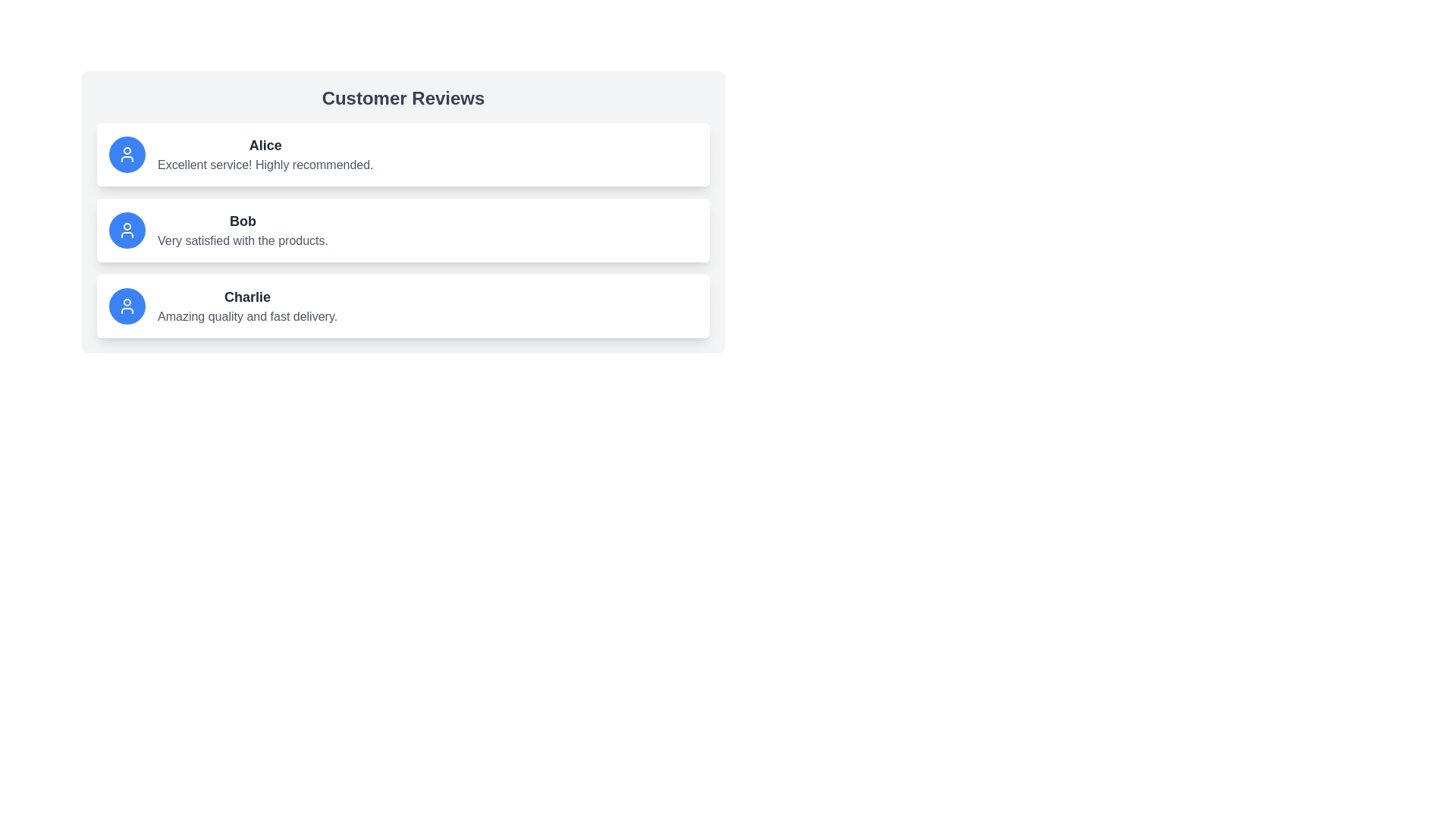 This screenshot has width=1456, height=819. I want to click on the text block containing the title 'Alice' and the testimonial 'Excellent service! Highly recommended.', so click(265, 155).